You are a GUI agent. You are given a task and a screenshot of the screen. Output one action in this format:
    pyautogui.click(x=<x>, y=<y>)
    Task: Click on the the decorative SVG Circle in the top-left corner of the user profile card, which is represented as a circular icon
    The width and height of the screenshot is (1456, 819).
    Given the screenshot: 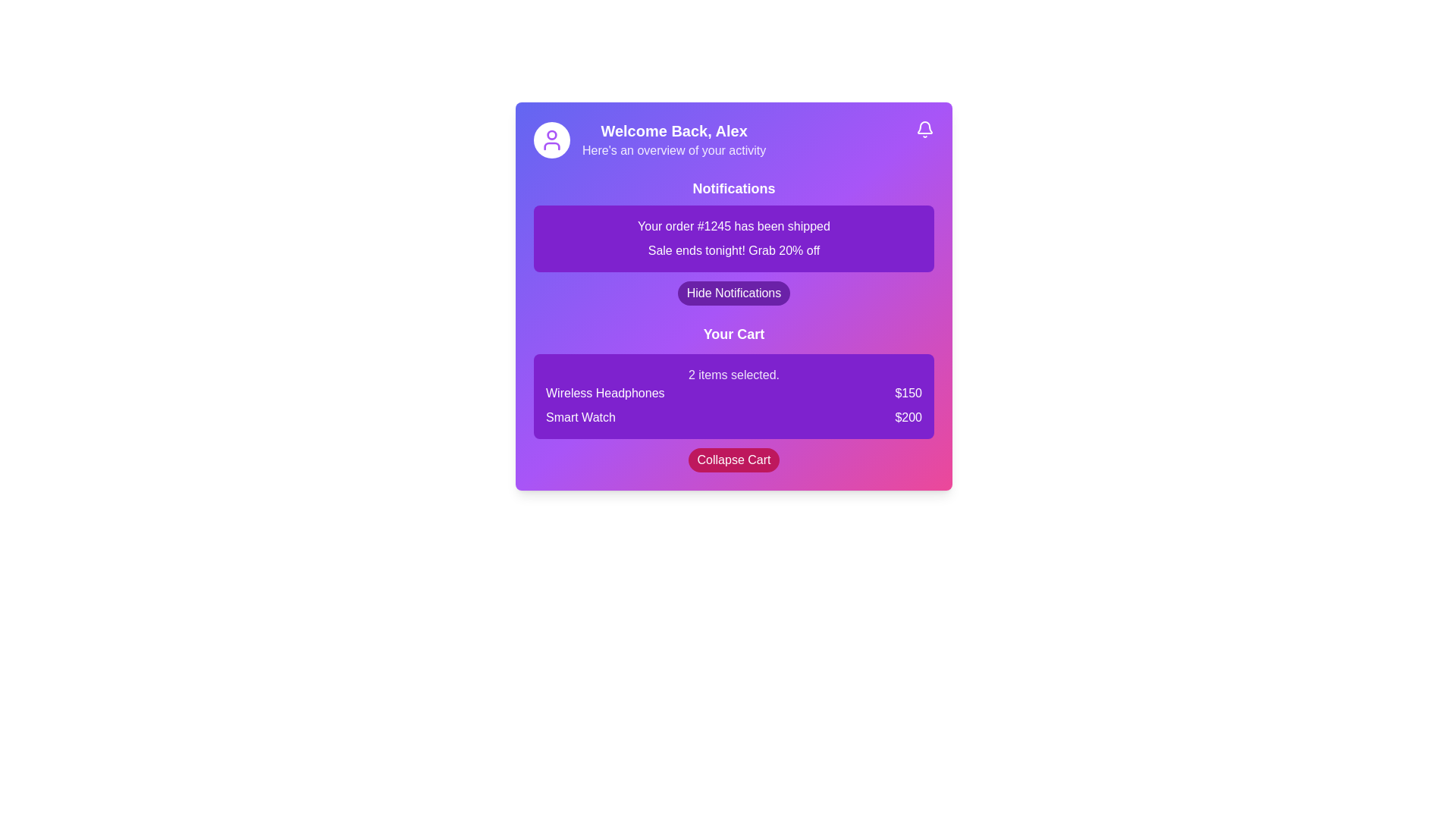 What is the action you would take?
    pyautogui.click(x=551, y=133)
    